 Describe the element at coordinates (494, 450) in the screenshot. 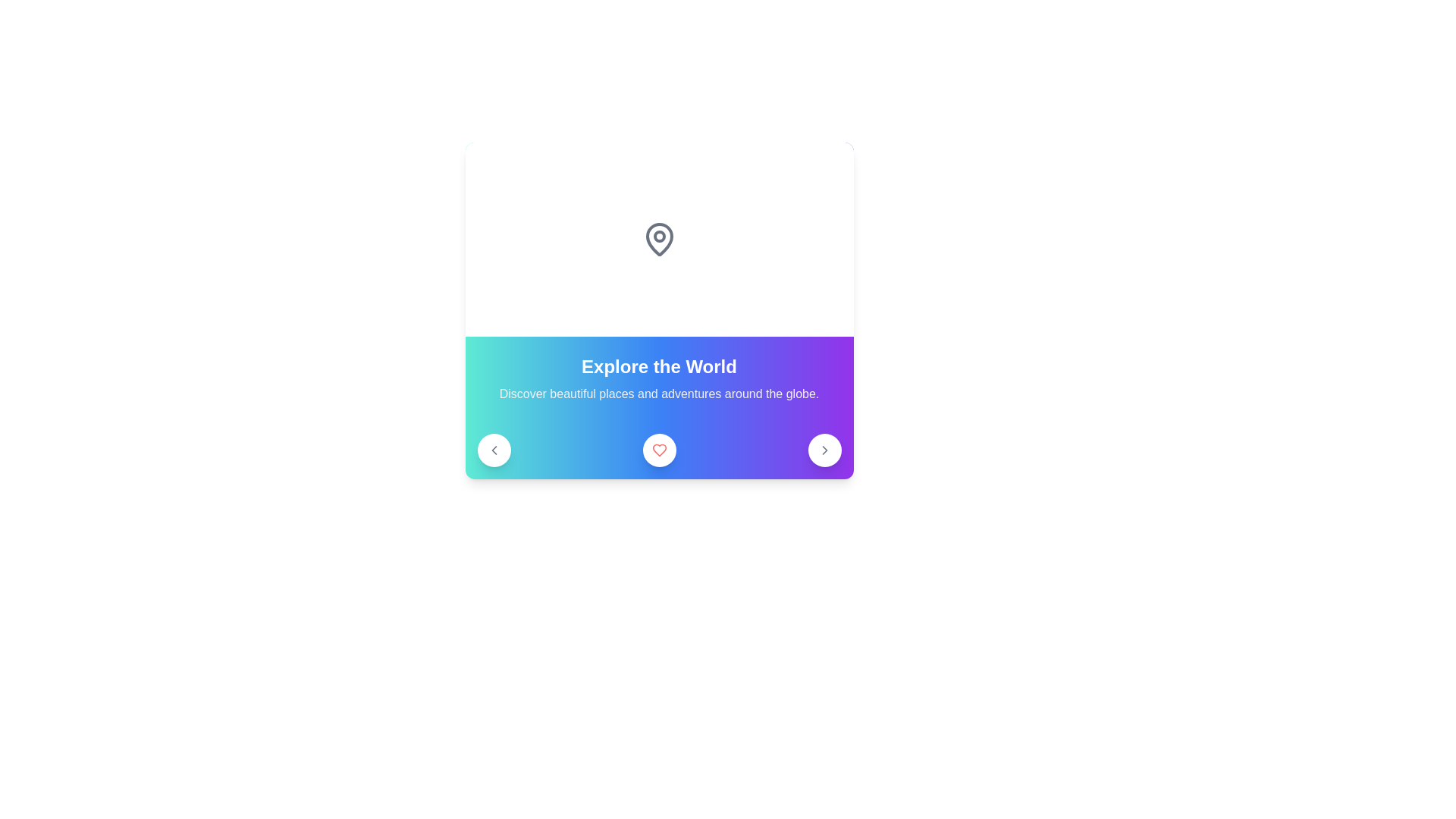

I see `the left-facing chevron icon button with a gray color and circular white background located at the bottom-left corner of the card to trigger a tooltip or visual feedback` at that location.